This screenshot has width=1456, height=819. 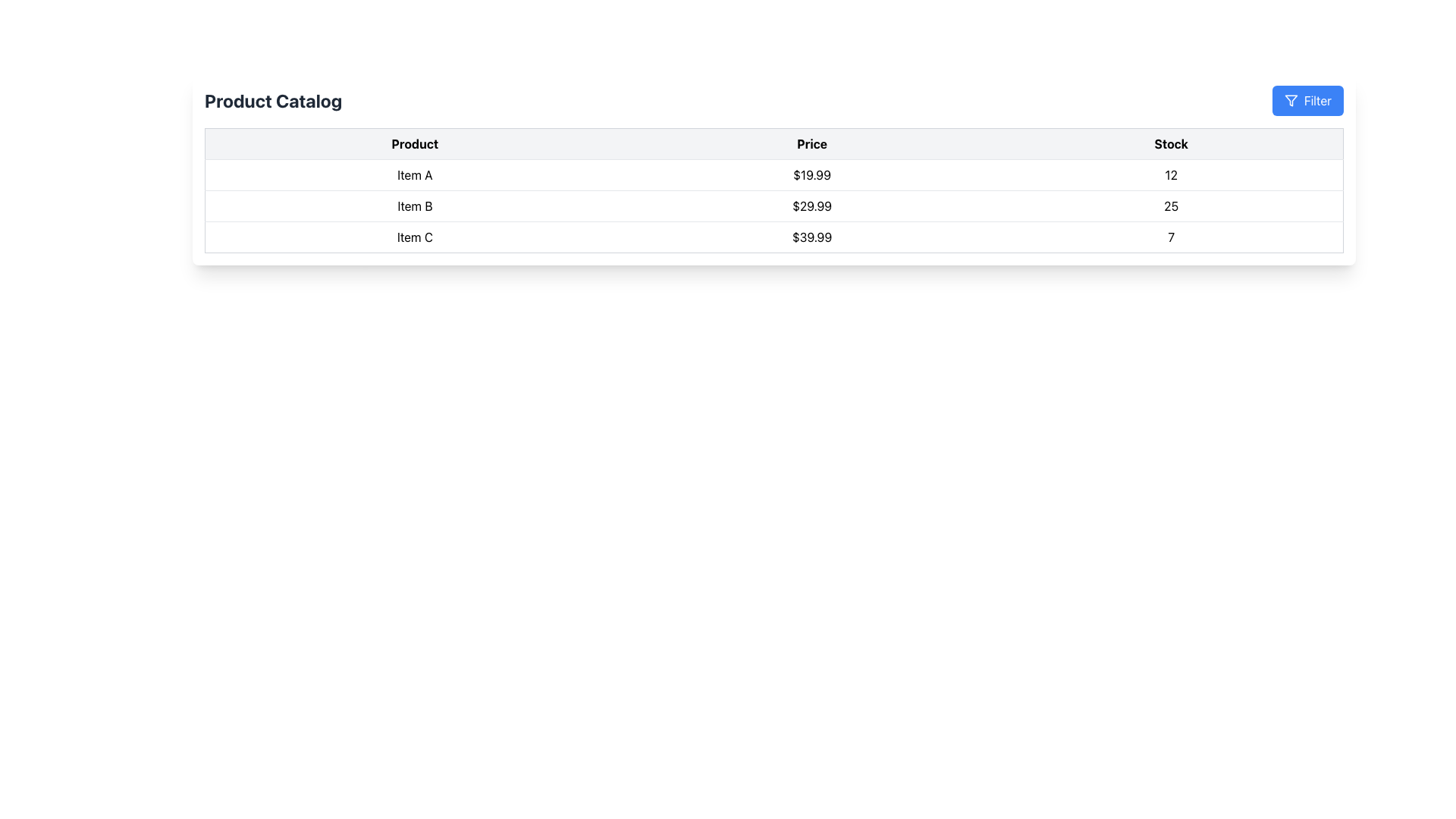 I want to click on the static text header indicating 'Price' in the product catalog table, which is located in the second column of the header, so click(x=811, y=143).